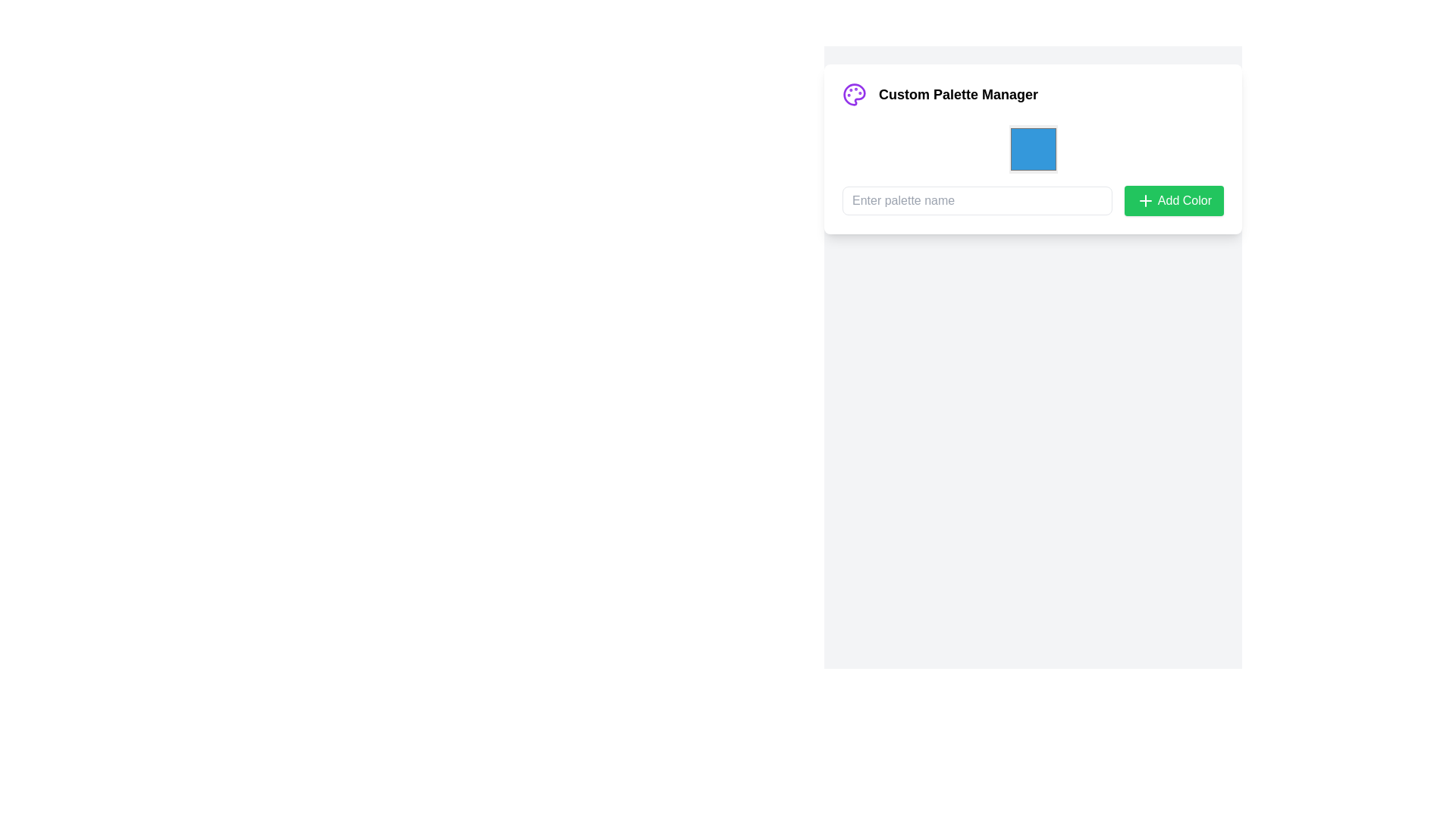 This screenshot has width=1456, height=819. I want to click on the green 'Add Color' button with a white plus icon located at the right end of the horizontal layout under the 'Custom Palette Manager' title, so click(1173, 200).